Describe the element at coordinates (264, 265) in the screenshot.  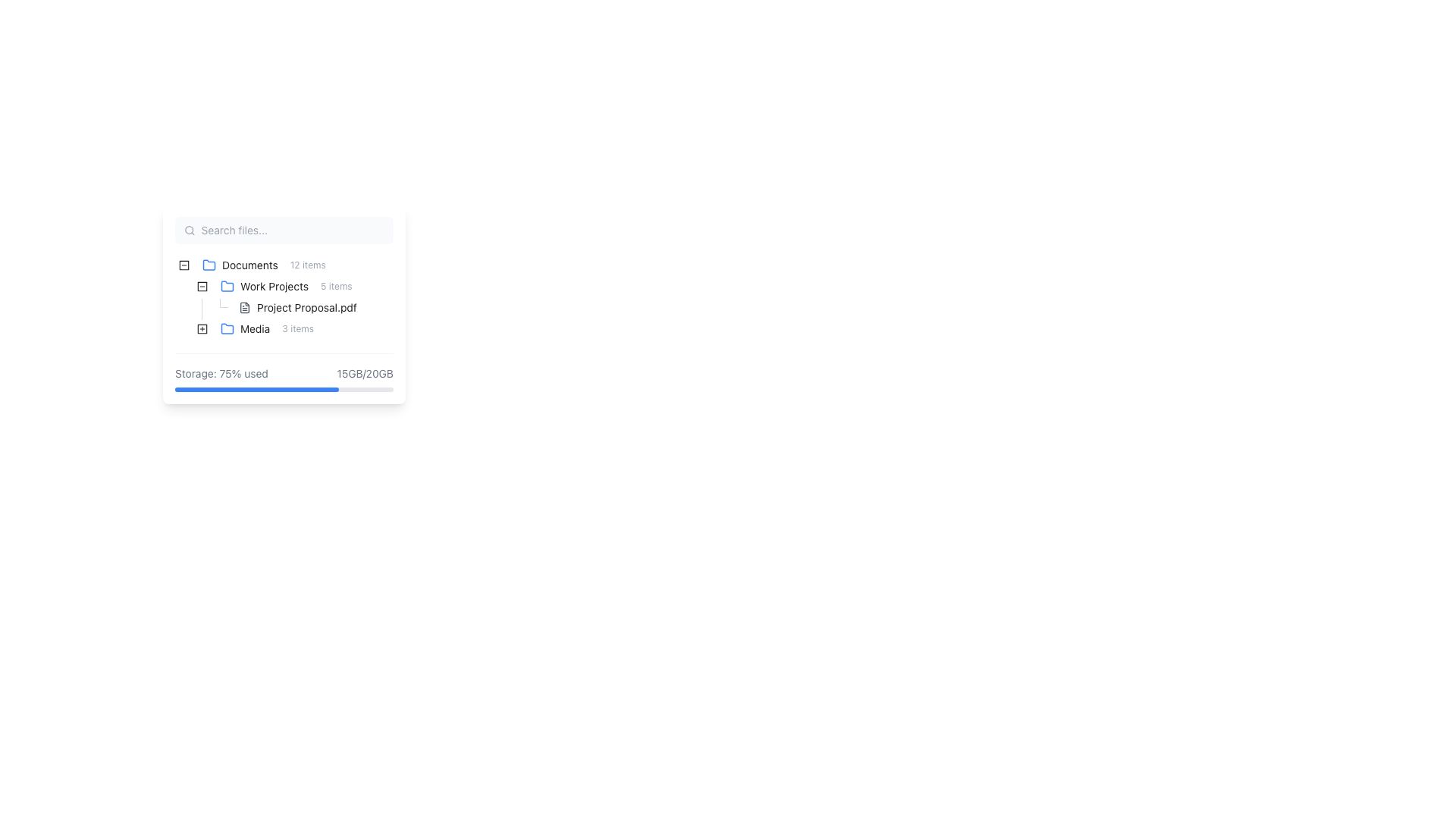
I see `the 'Documents' tree item, which displays a blue folder icon and shows a count of '12 items'` at that location.